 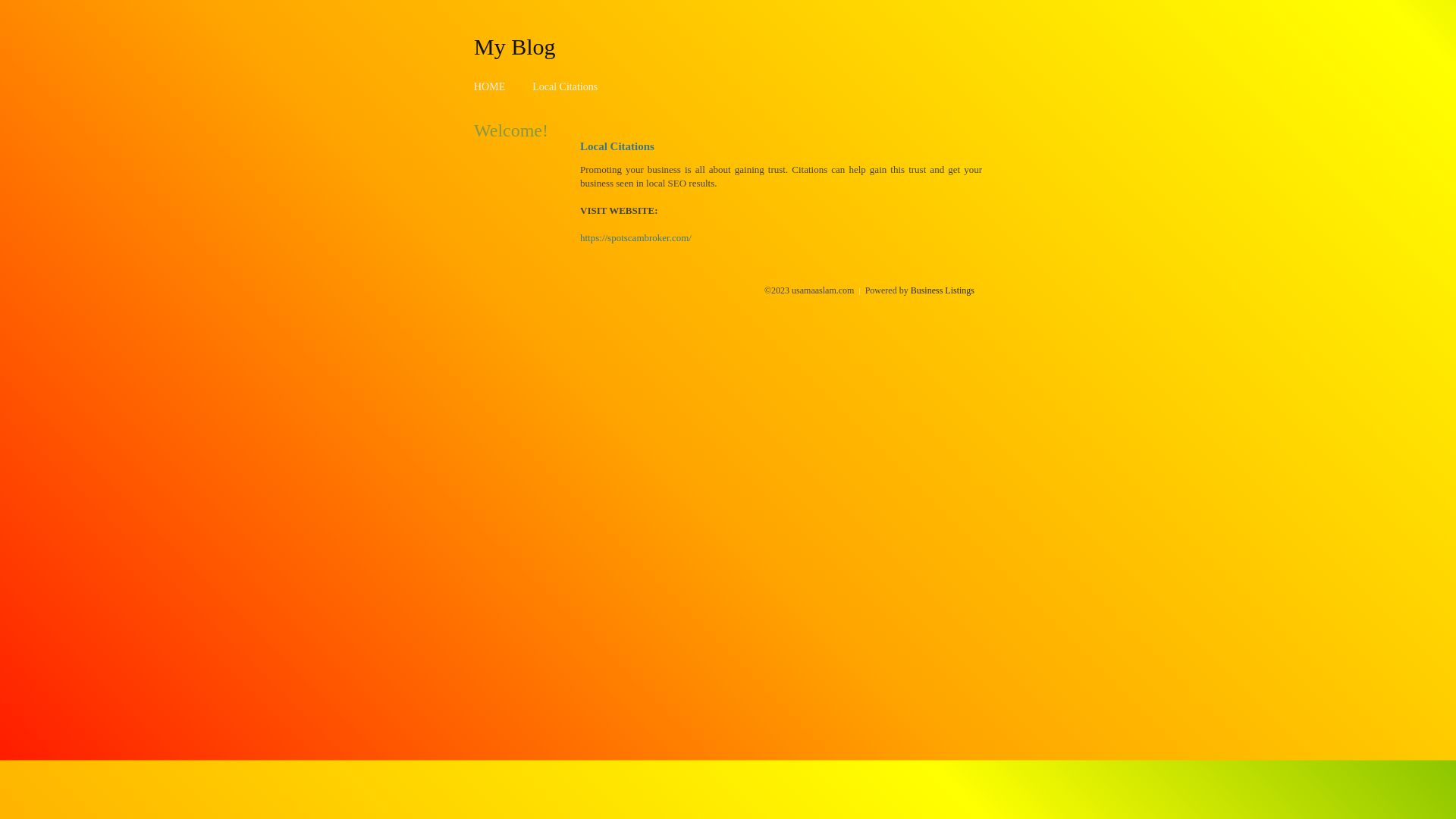 What do you see at coordinates (514, 45) in the screenshot?
I see `'My Blog'` at bounding box center [514, 45].